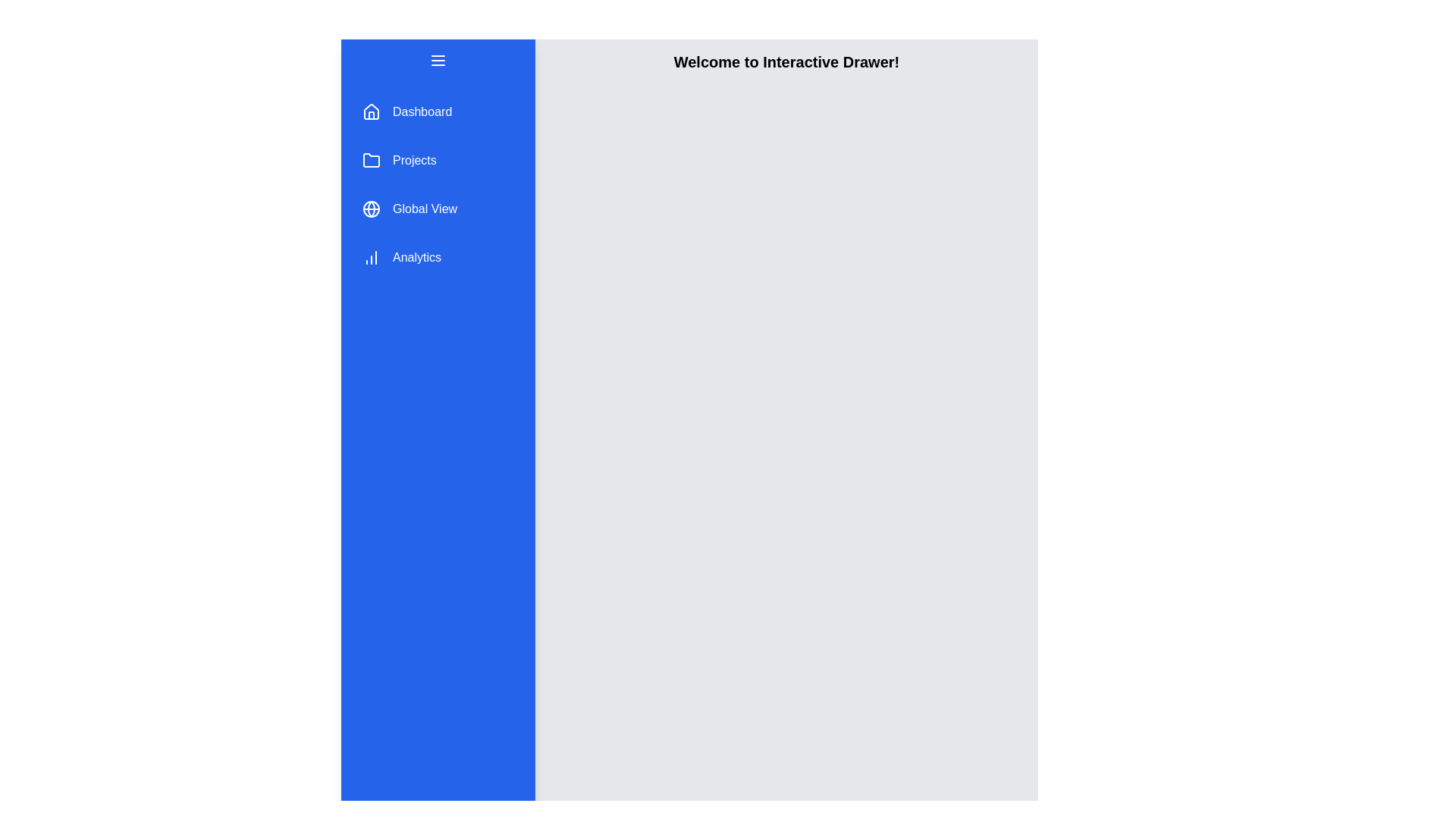 The image size is (1456, 819). Describe the element at coordinates (786, 447) in the screenshot. I see `the main content area to focus or select text` at that location.